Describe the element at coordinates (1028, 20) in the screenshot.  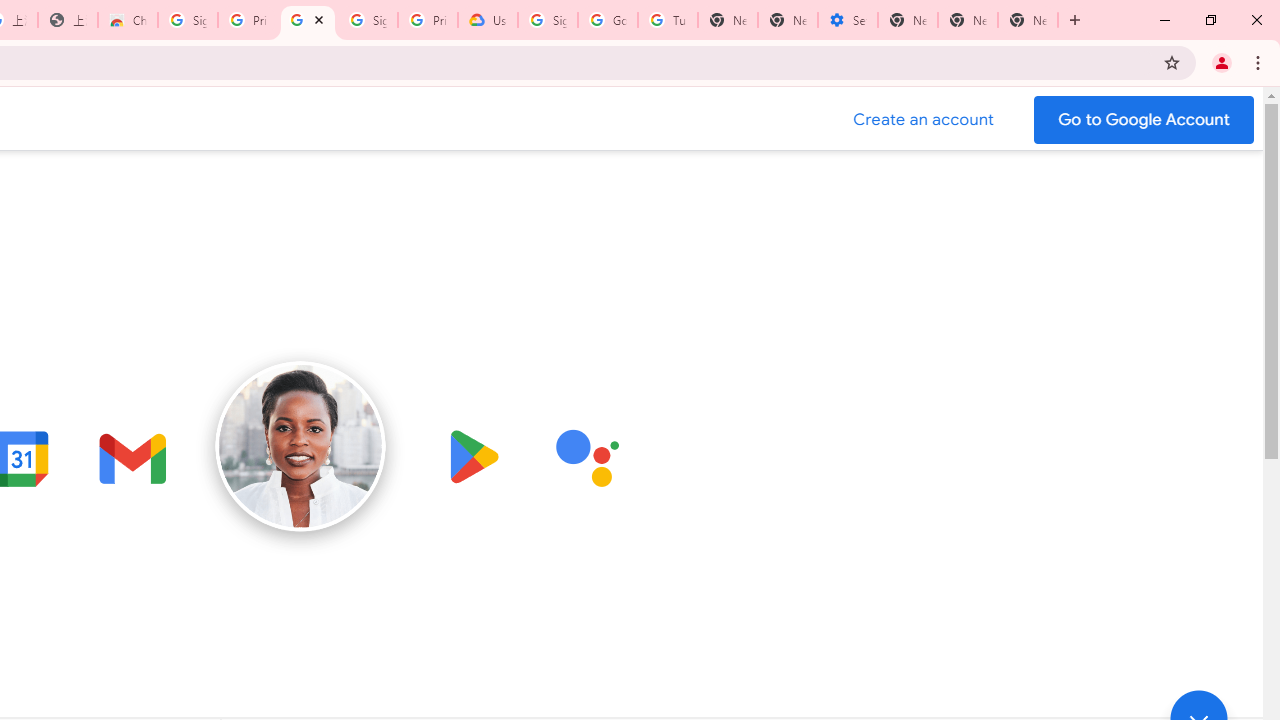
I see `'New Tab'` at that location.